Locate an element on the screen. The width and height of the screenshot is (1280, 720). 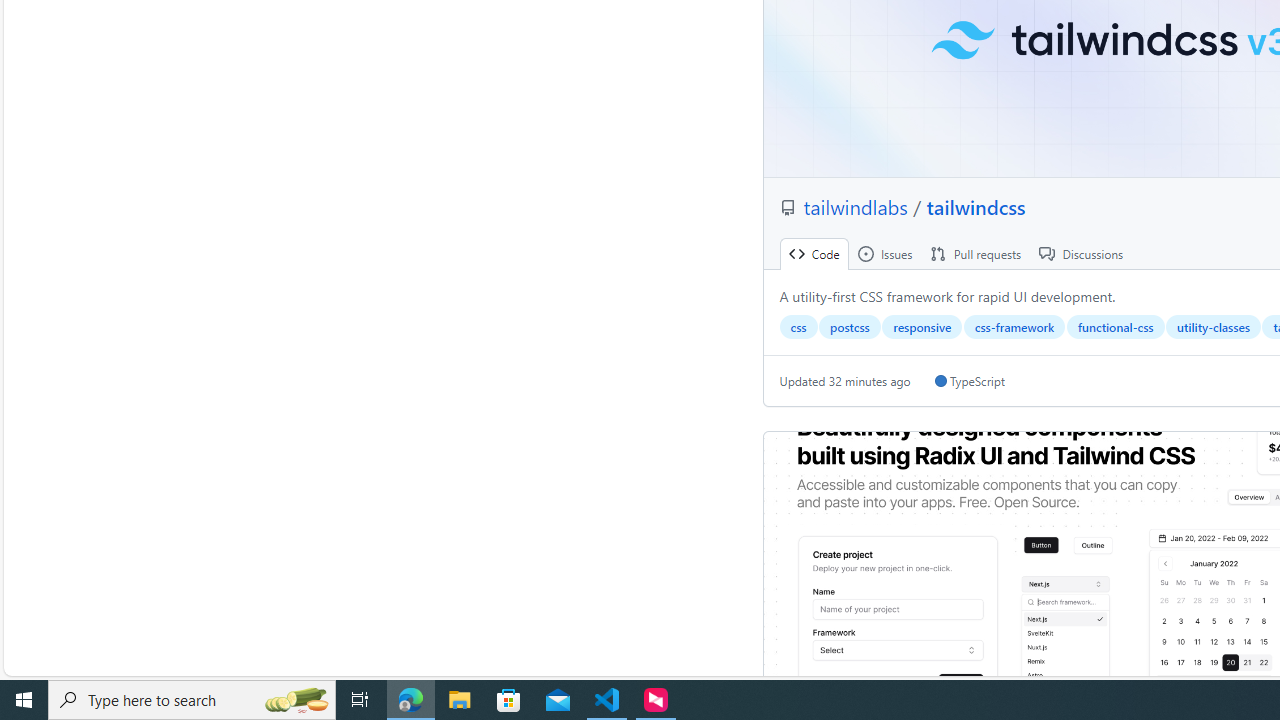
' Pull requests' is located at coordinates (976, 253).